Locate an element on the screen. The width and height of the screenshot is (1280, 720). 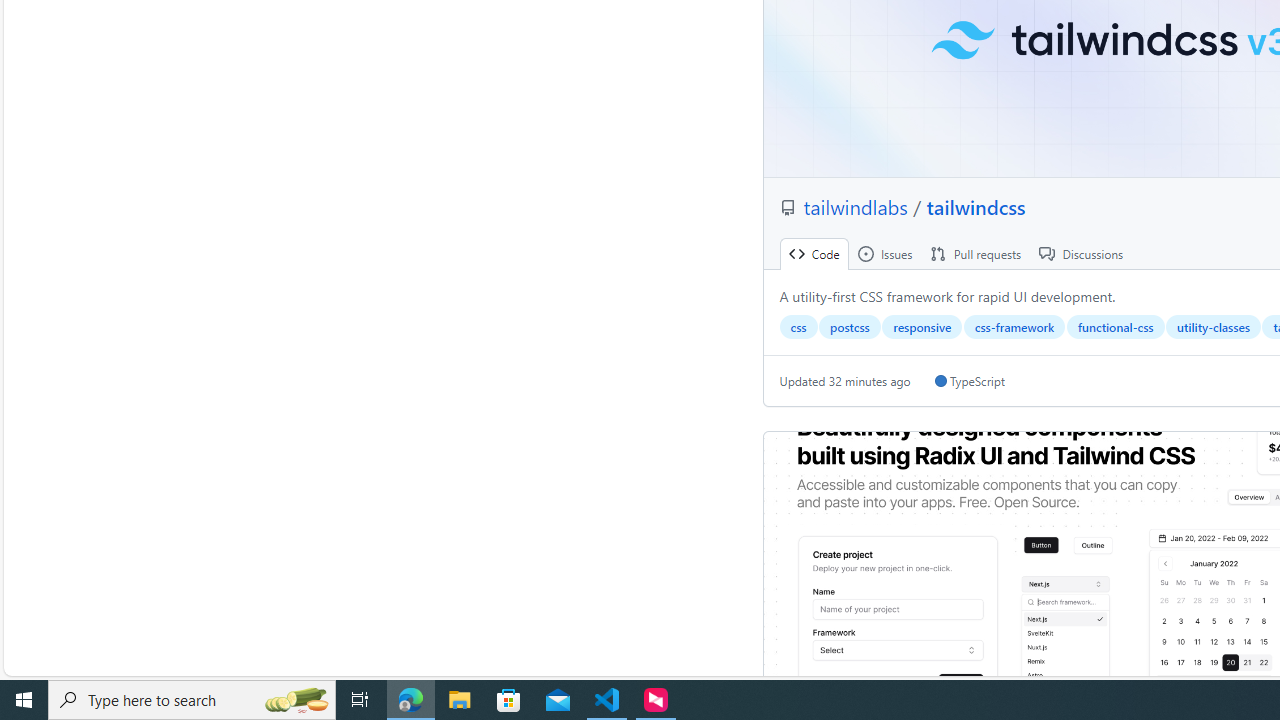
' Pull requests' is located at coordinates (976, 253).